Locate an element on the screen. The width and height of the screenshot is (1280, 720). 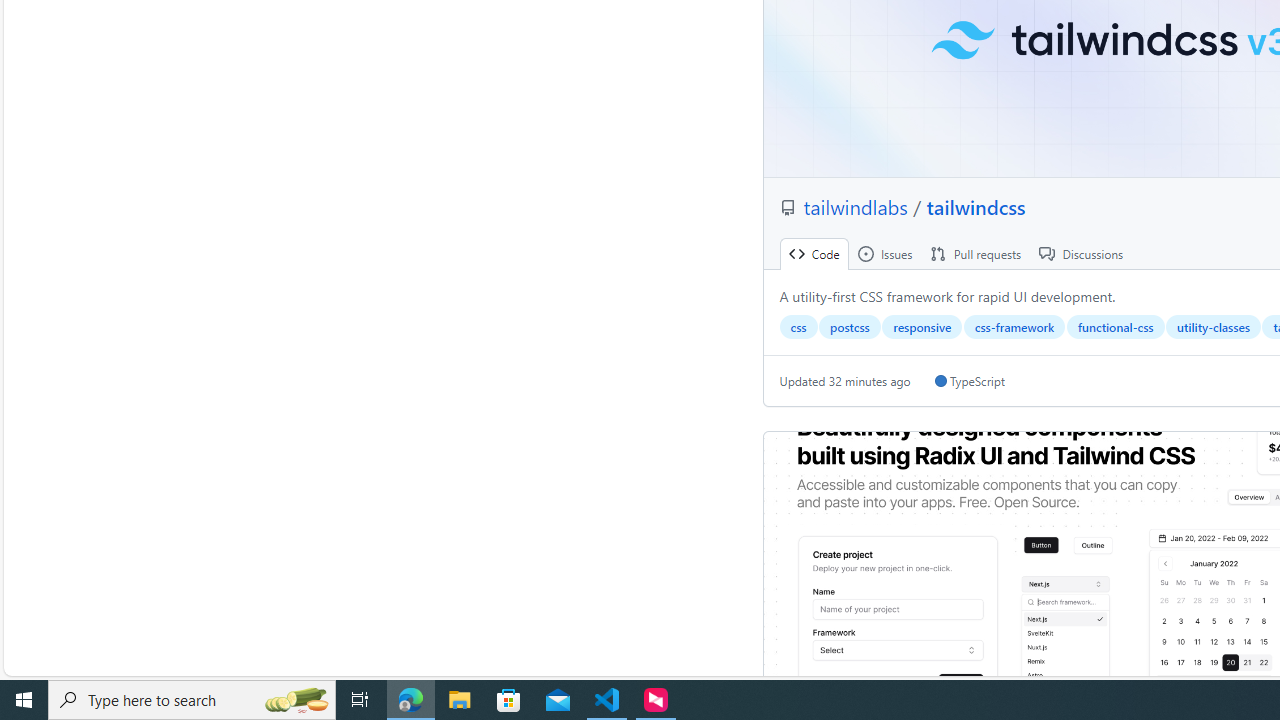
' Pull requests' is located at coordinates (976, 253).